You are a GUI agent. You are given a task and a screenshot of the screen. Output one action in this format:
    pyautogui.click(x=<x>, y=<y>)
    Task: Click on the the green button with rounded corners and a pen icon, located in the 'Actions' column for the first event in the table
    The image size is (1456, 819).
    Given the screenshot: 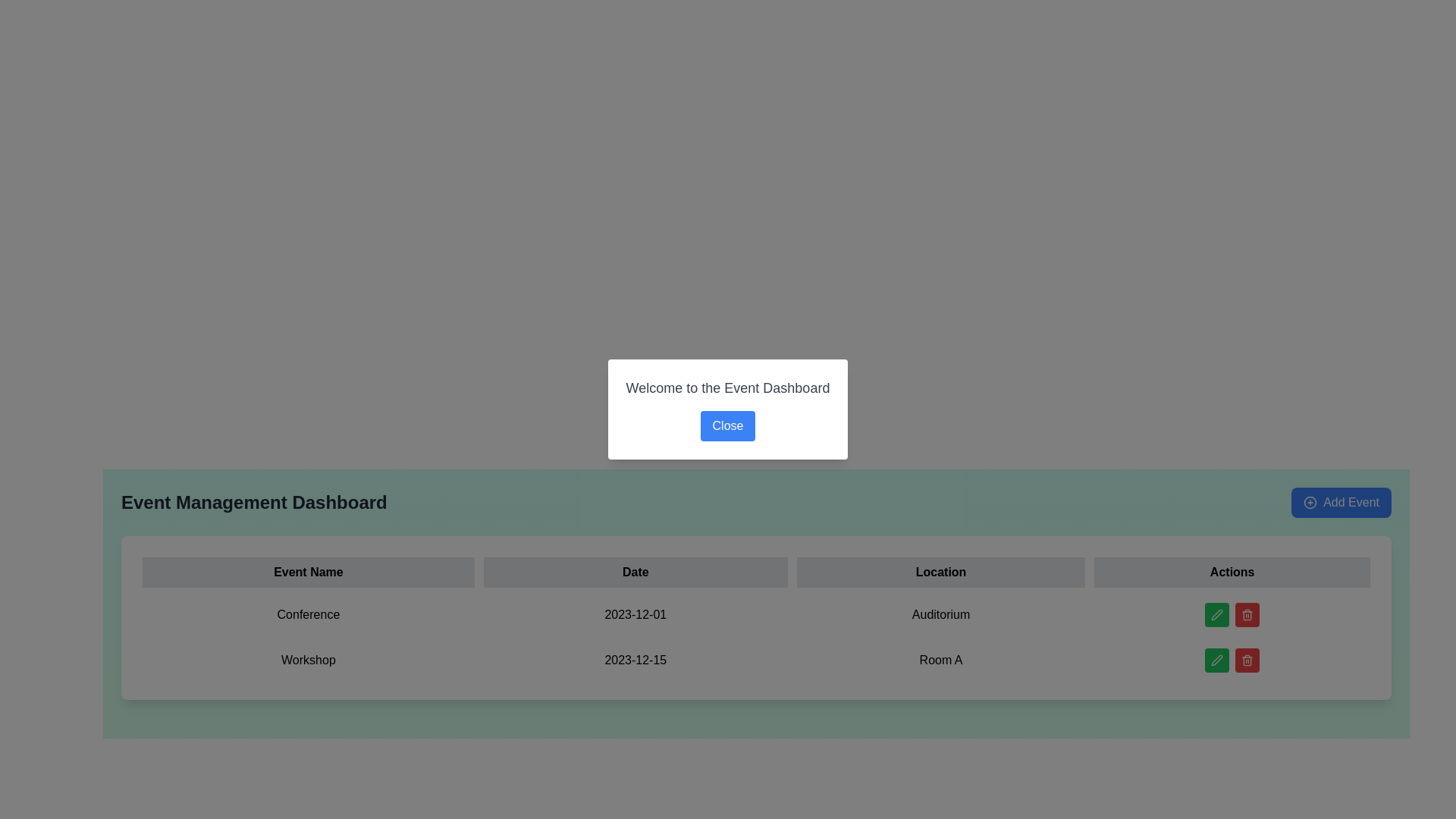 What is the action you would take?
    pyautogui.click(x=1217, y=614)
    